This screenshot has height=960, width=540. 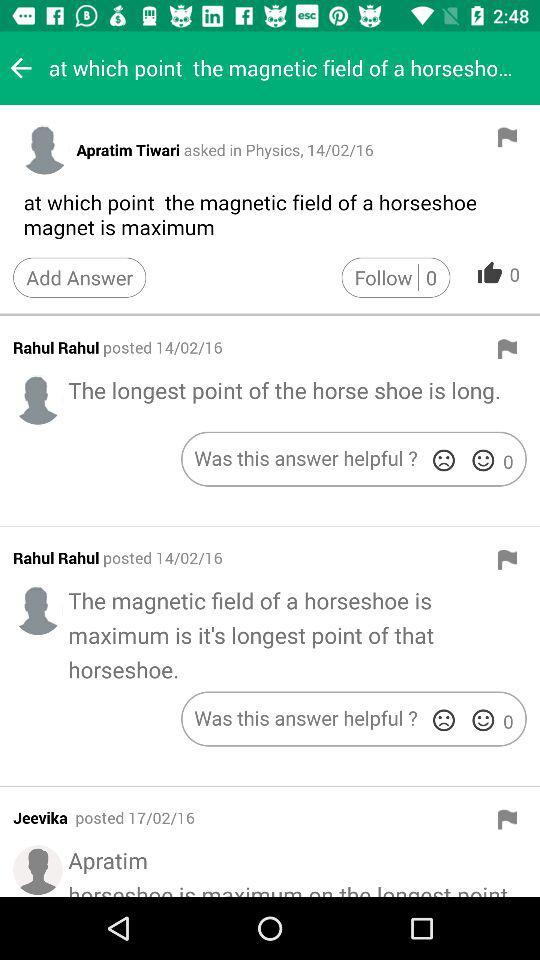 What do you see at coordinates (482, 720) in the screenshot?
I see `favorite` at bounding box center [482, 720].